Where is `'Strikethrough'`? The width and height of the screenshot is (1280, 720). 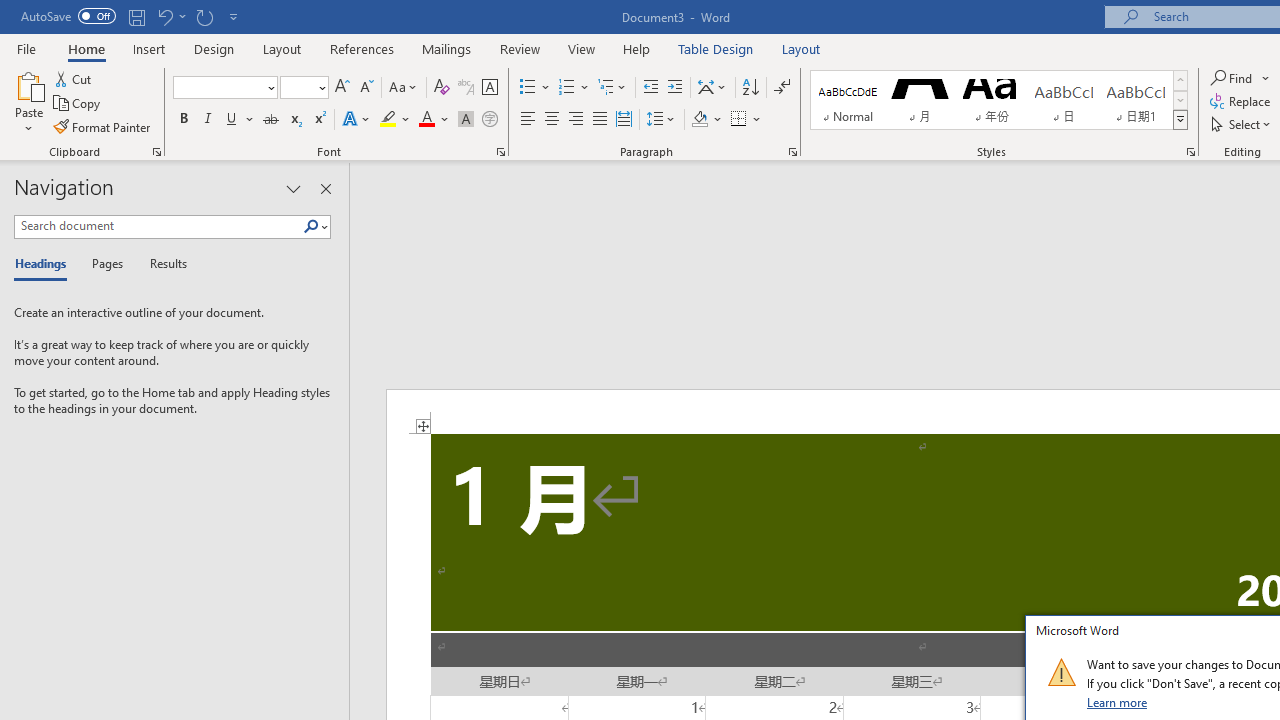 'Strikethrough' is located at coordinates (269, 119).